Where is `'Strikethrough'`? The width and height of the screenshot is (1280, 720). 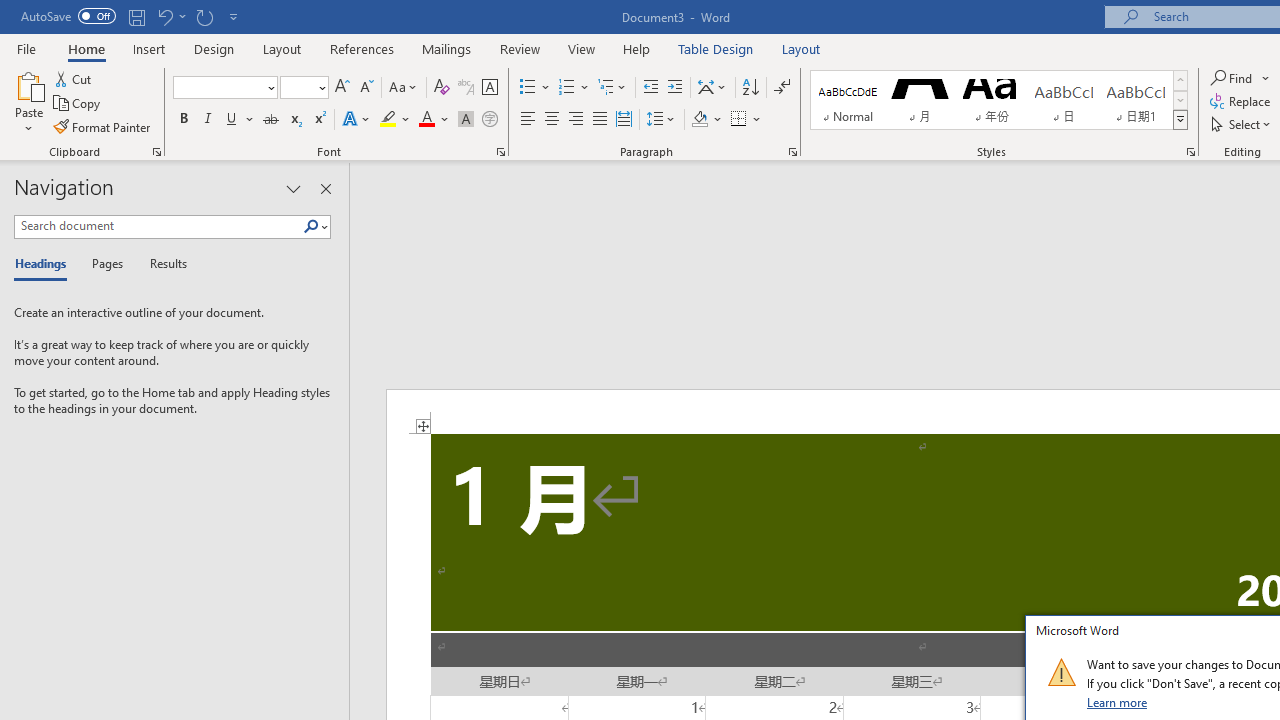 'Strikethrough' is located at coordinates (269, 119).